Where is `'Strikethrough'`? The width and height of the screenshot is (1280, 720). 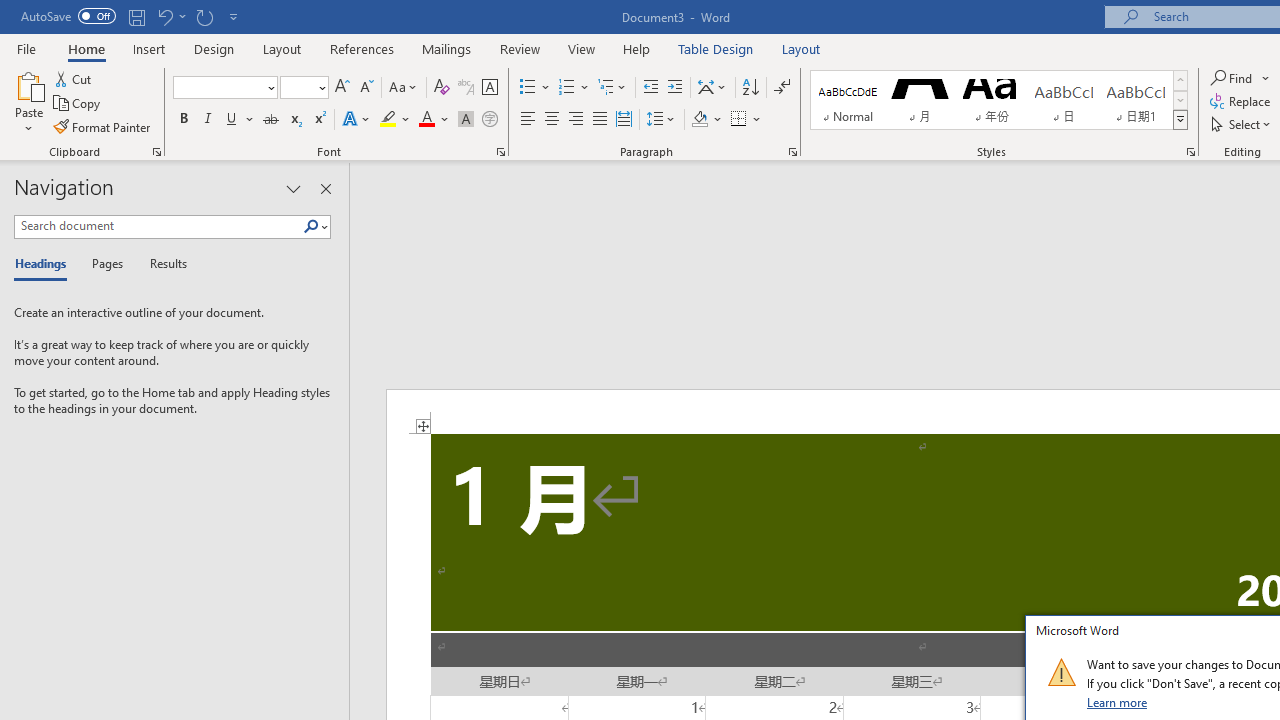 'Strikethrough' is located at coordinates (269, 119).